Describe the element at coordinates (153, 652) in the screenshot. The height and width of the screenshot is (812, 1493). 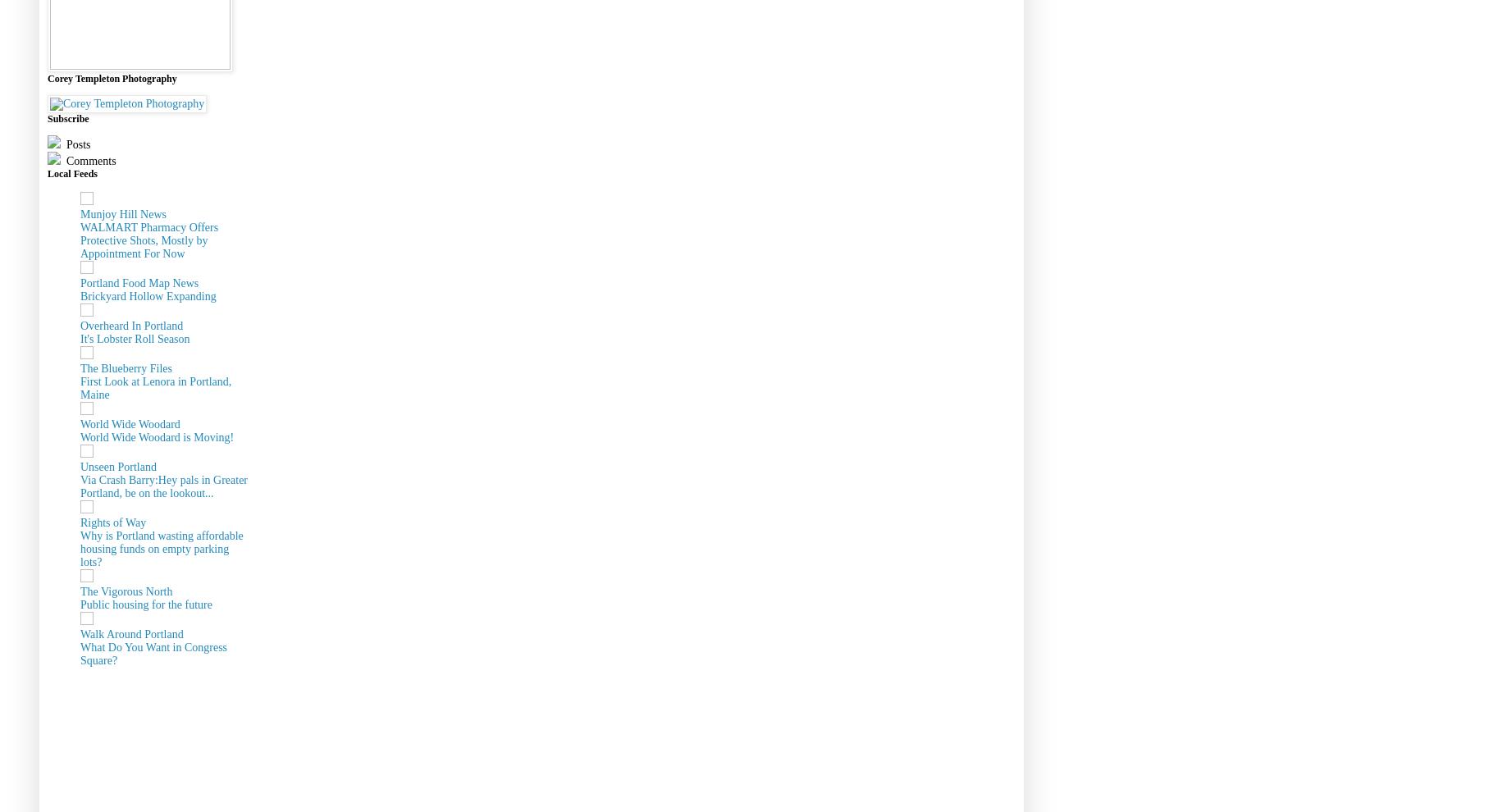
I see `'What Do You Want in Congress Square?'` at that location.